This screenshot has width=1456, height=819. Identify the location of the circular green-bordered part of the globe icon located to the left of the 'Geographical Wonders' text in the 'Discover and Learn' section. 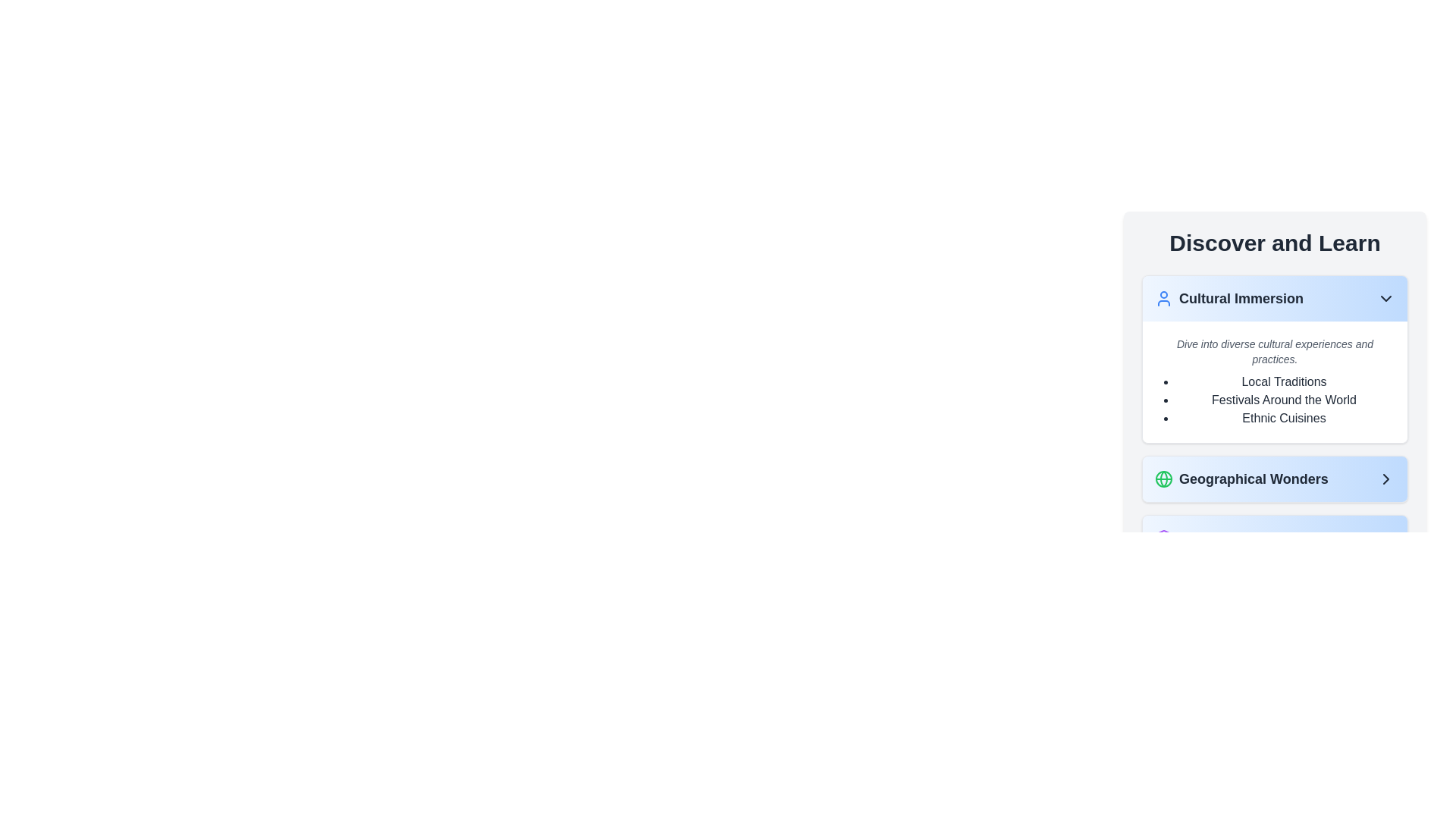
(1163, 479).